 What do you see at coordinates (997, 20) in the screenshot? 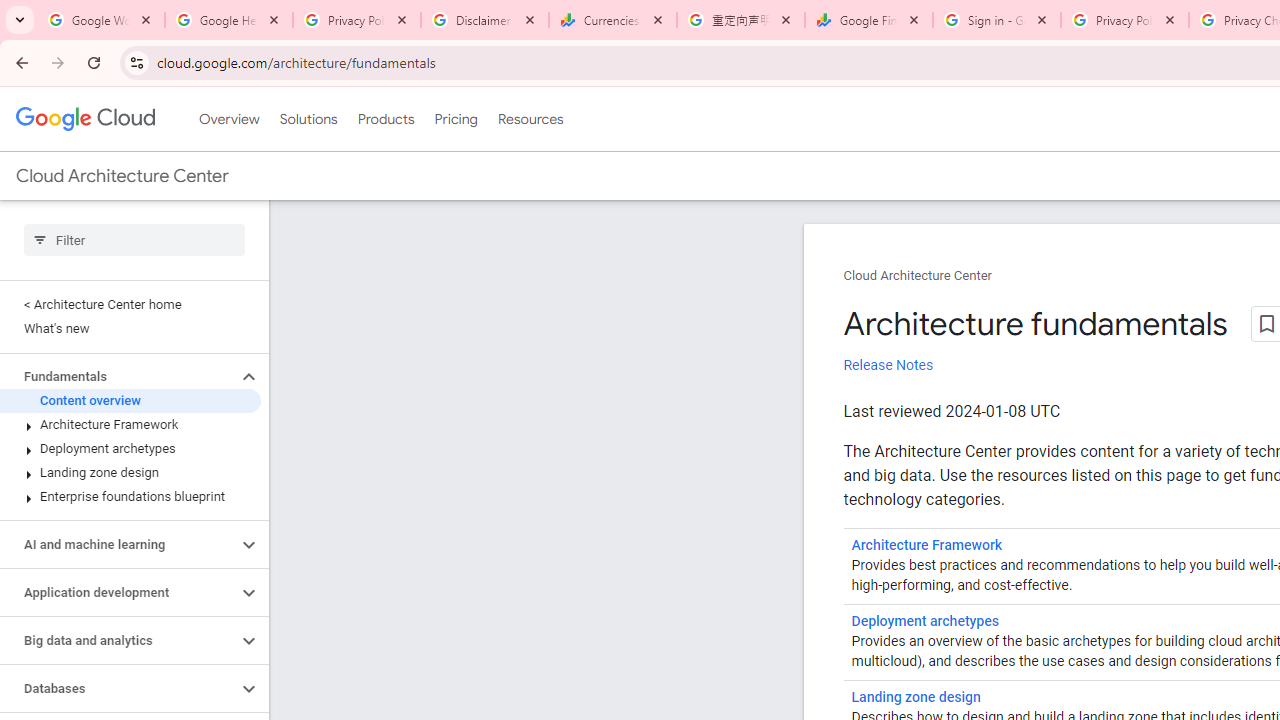
I see `'Sign in - Google Accounts'` at bounding box center [997, 20].